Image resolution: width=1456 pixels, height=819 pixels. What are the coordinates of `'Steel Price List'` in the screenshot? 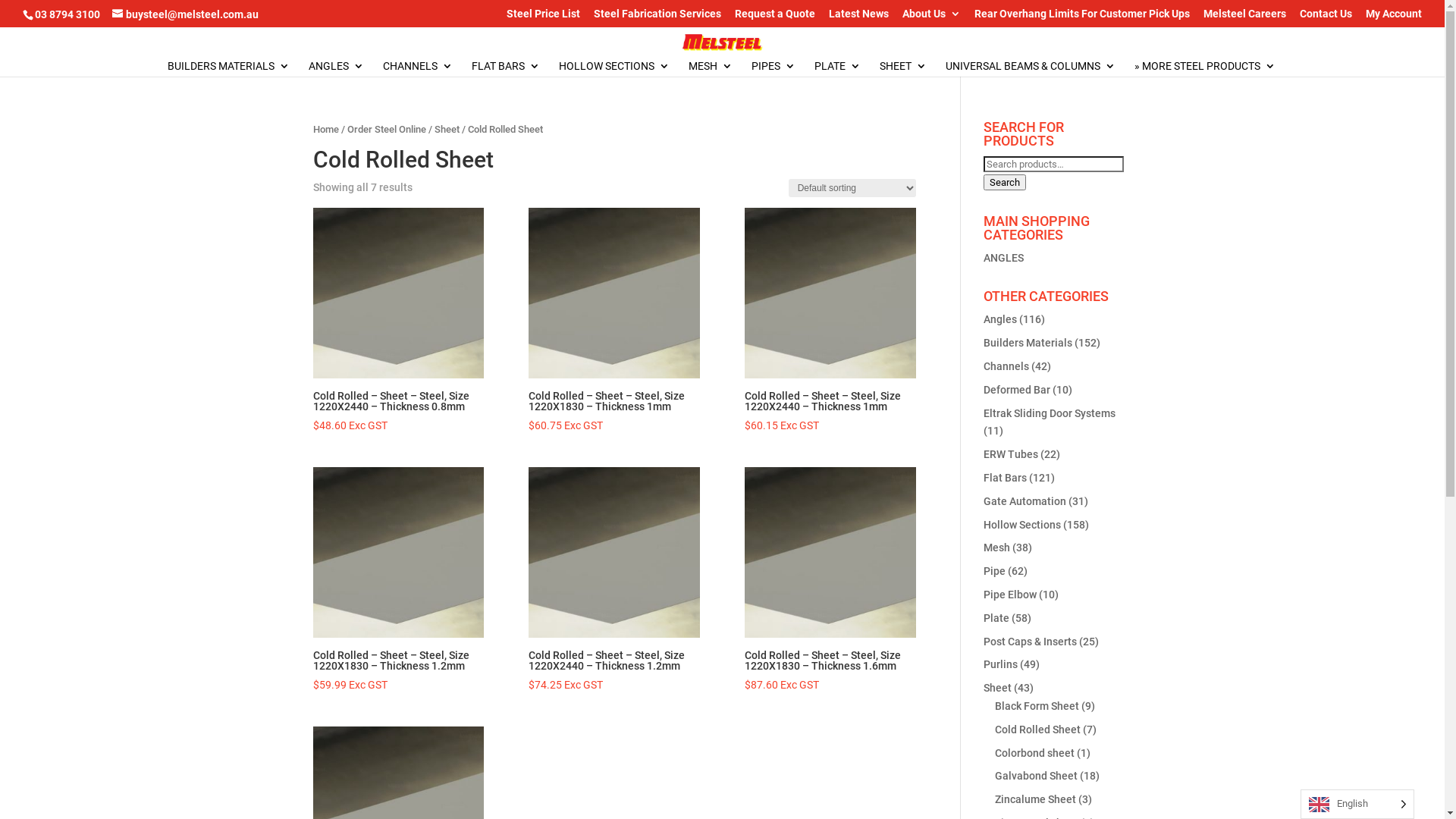 It's located at (543, 17).